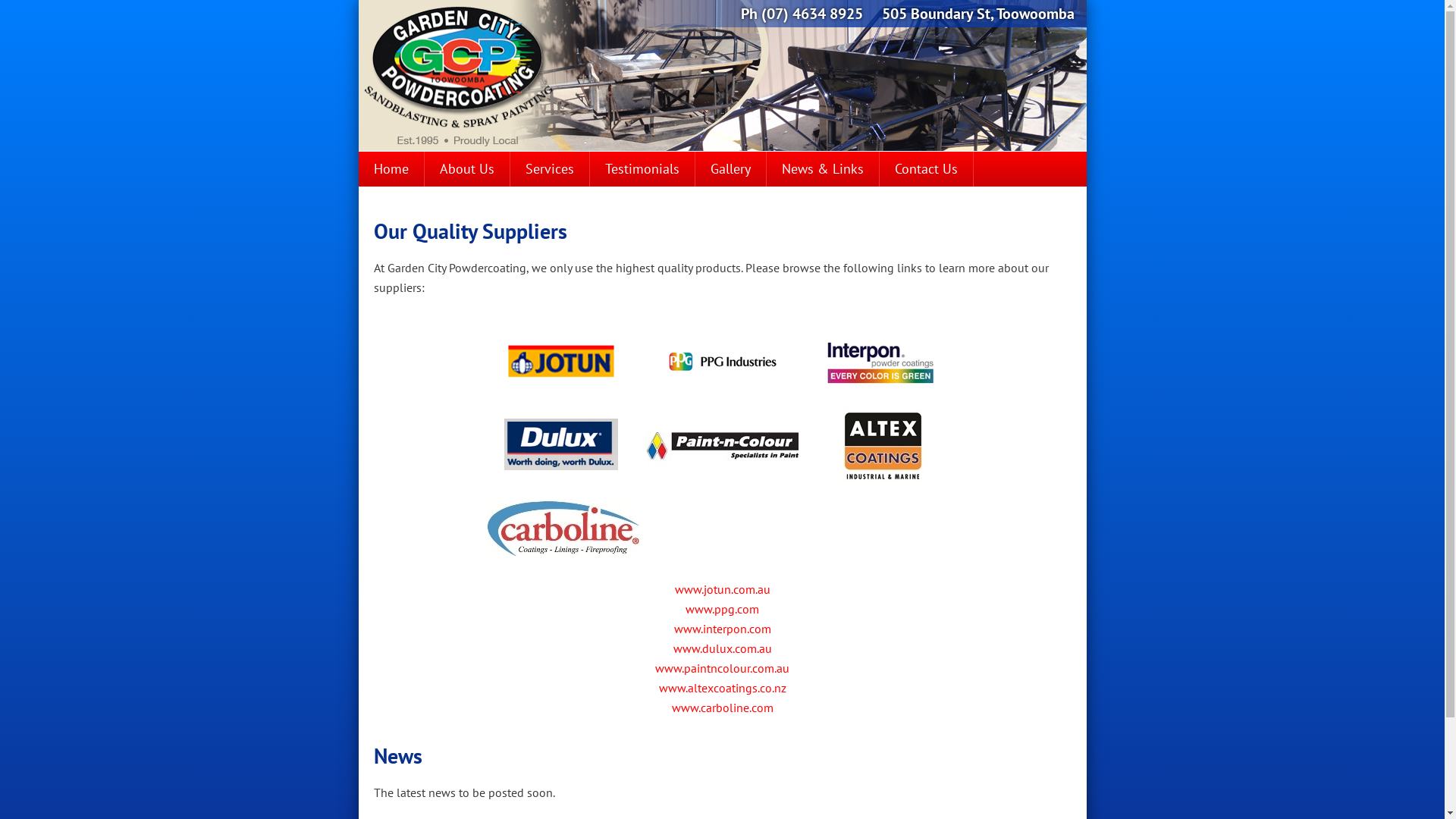 The height and width of the screenshot is (819, 1456). I want to click on 'www.altexcoatings.co.nz', so click(720, 687).